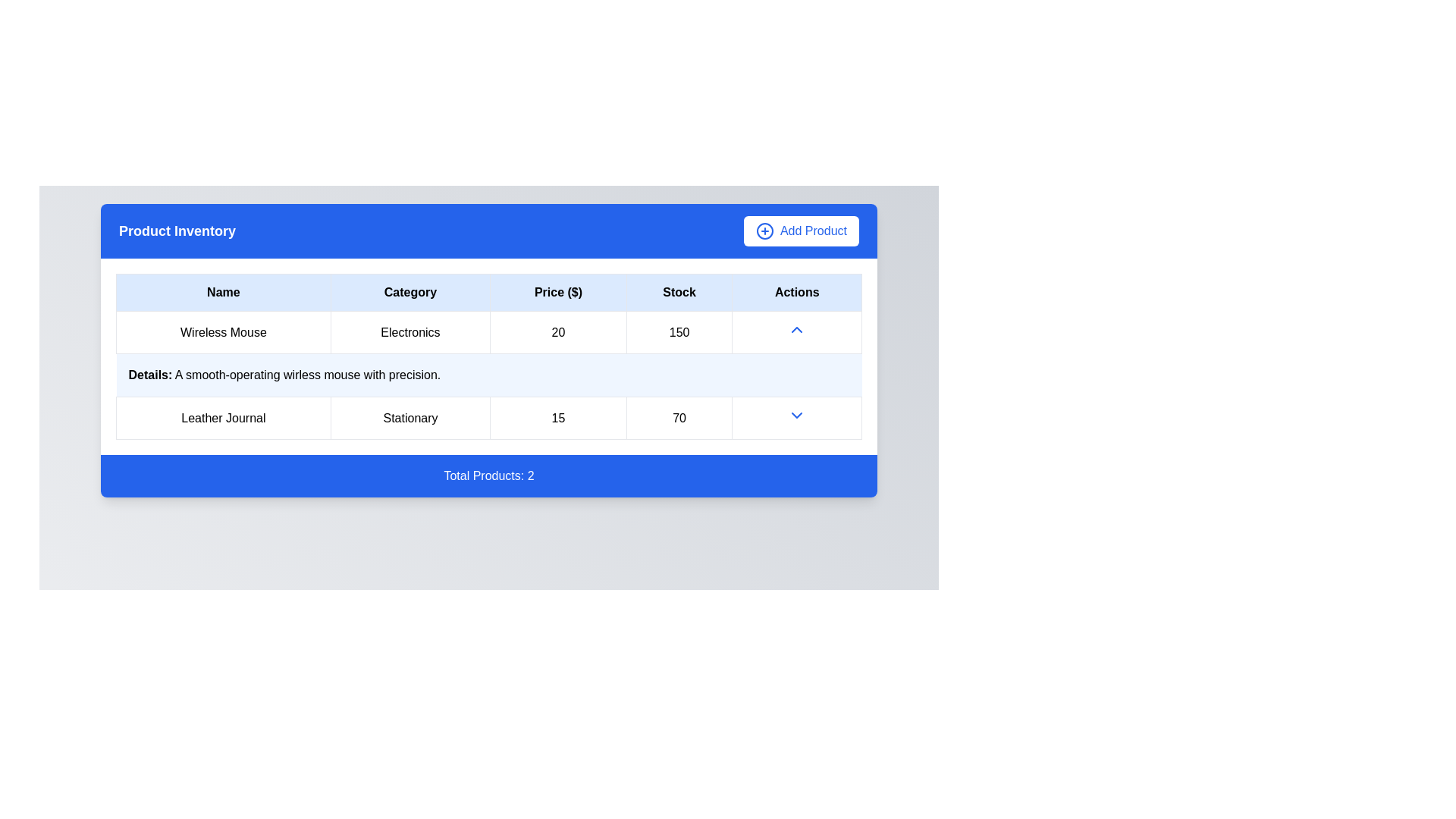 Image resolution: width=1456 pixels, height=819 pixels. I want to click on the 'Add Product' button located in the top-right corner of the interface, which has an icon representing the action of adding new items or products, so click(764, 231).